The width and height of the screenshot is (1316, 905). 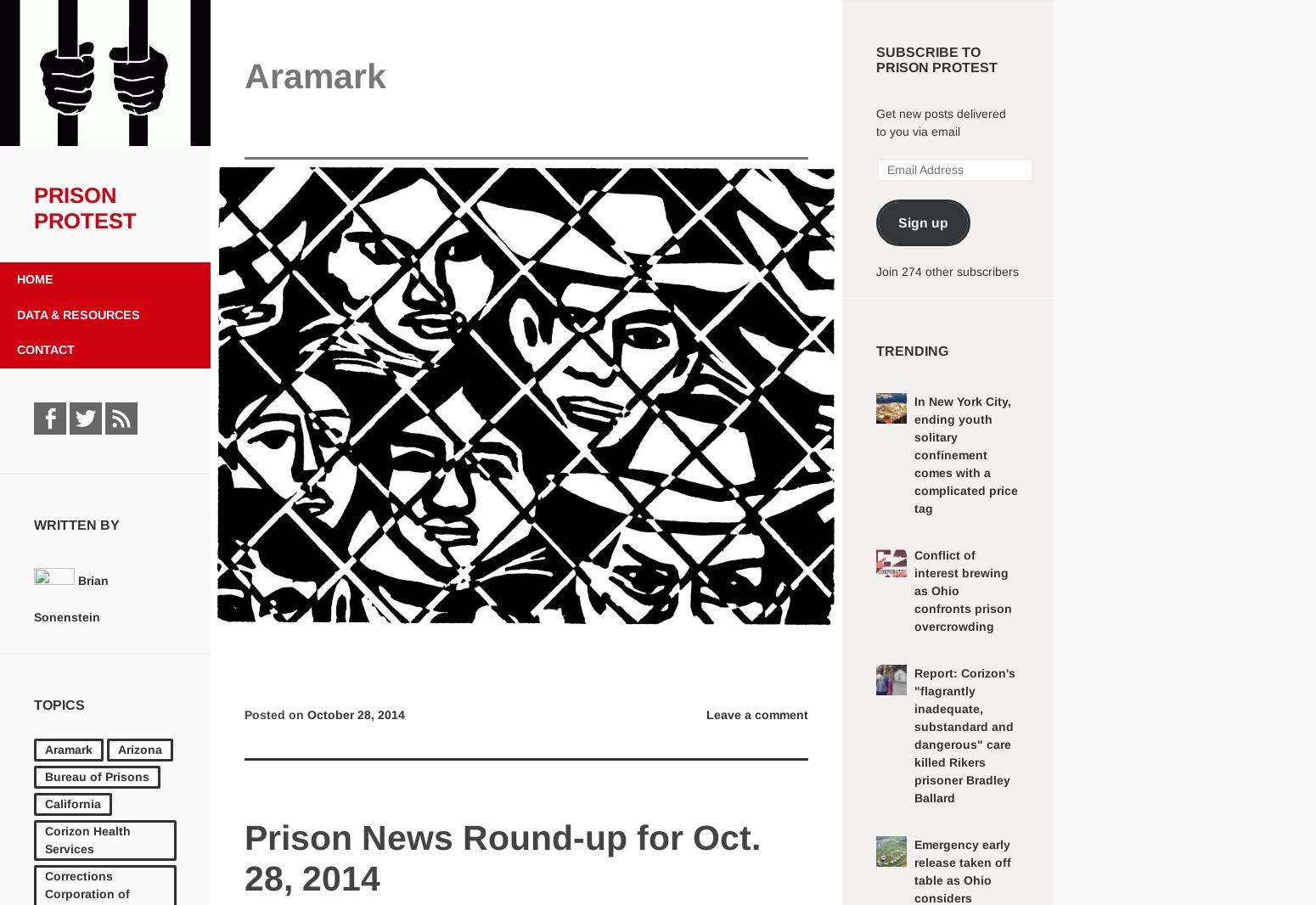 I want to click on 'Prison Protest', so click(x=32, y=206).